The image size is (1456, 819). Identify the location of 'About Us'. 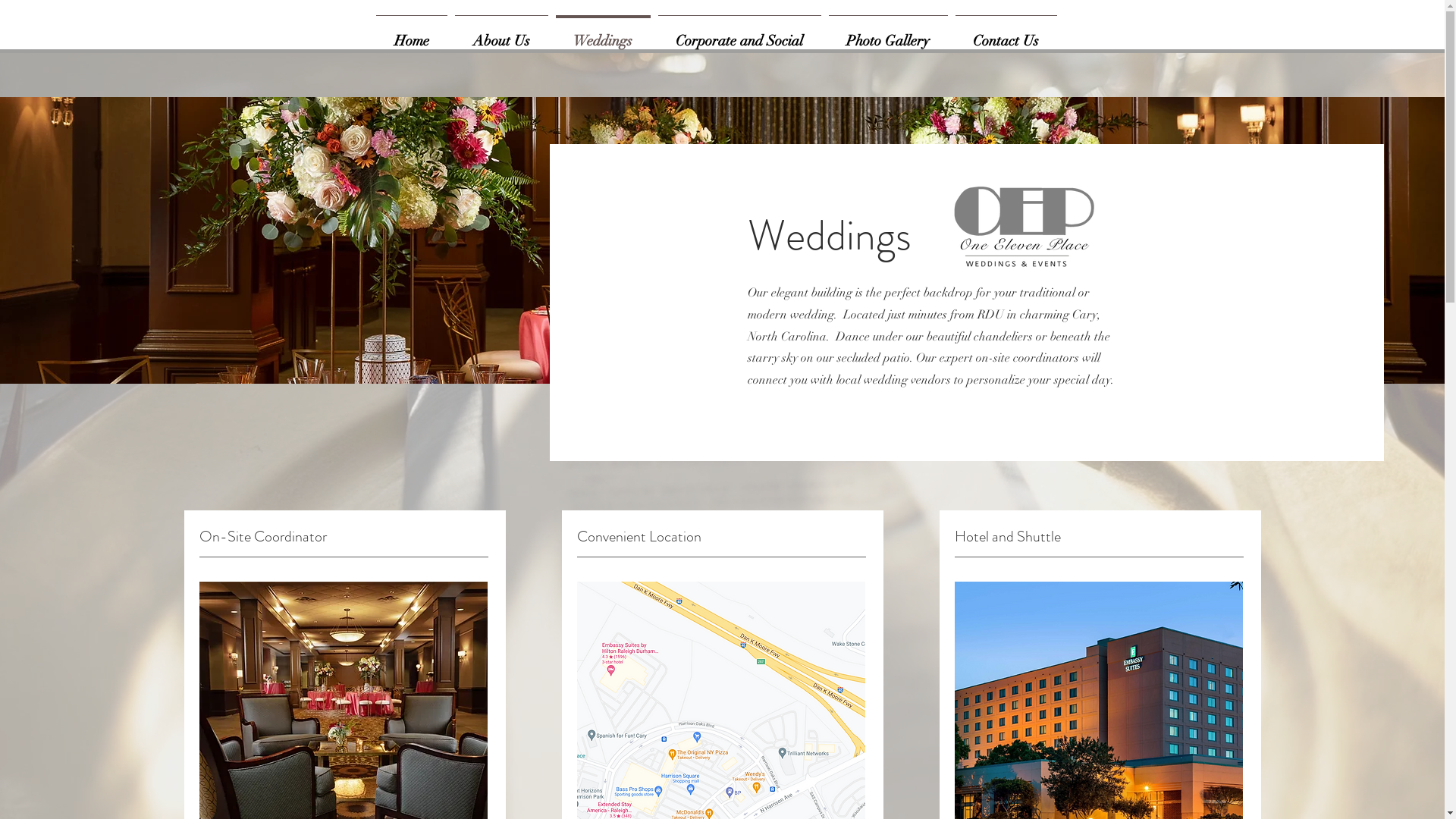
(450, 34).